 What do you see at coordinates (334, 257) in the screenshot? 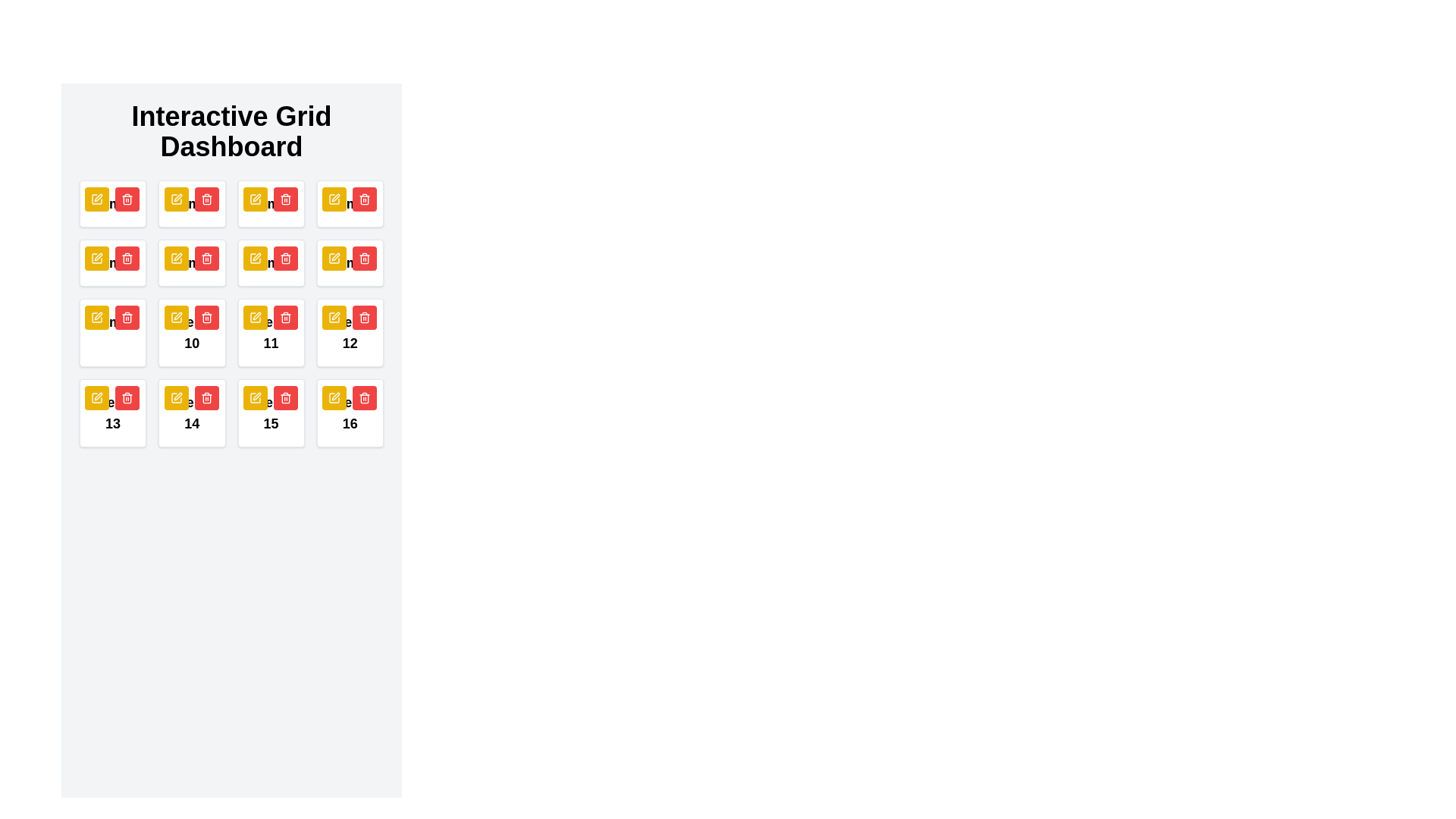
I see `the leftmost button in the top-right corner of the fifth card in the grid layout` at bounding box center [334, 257].